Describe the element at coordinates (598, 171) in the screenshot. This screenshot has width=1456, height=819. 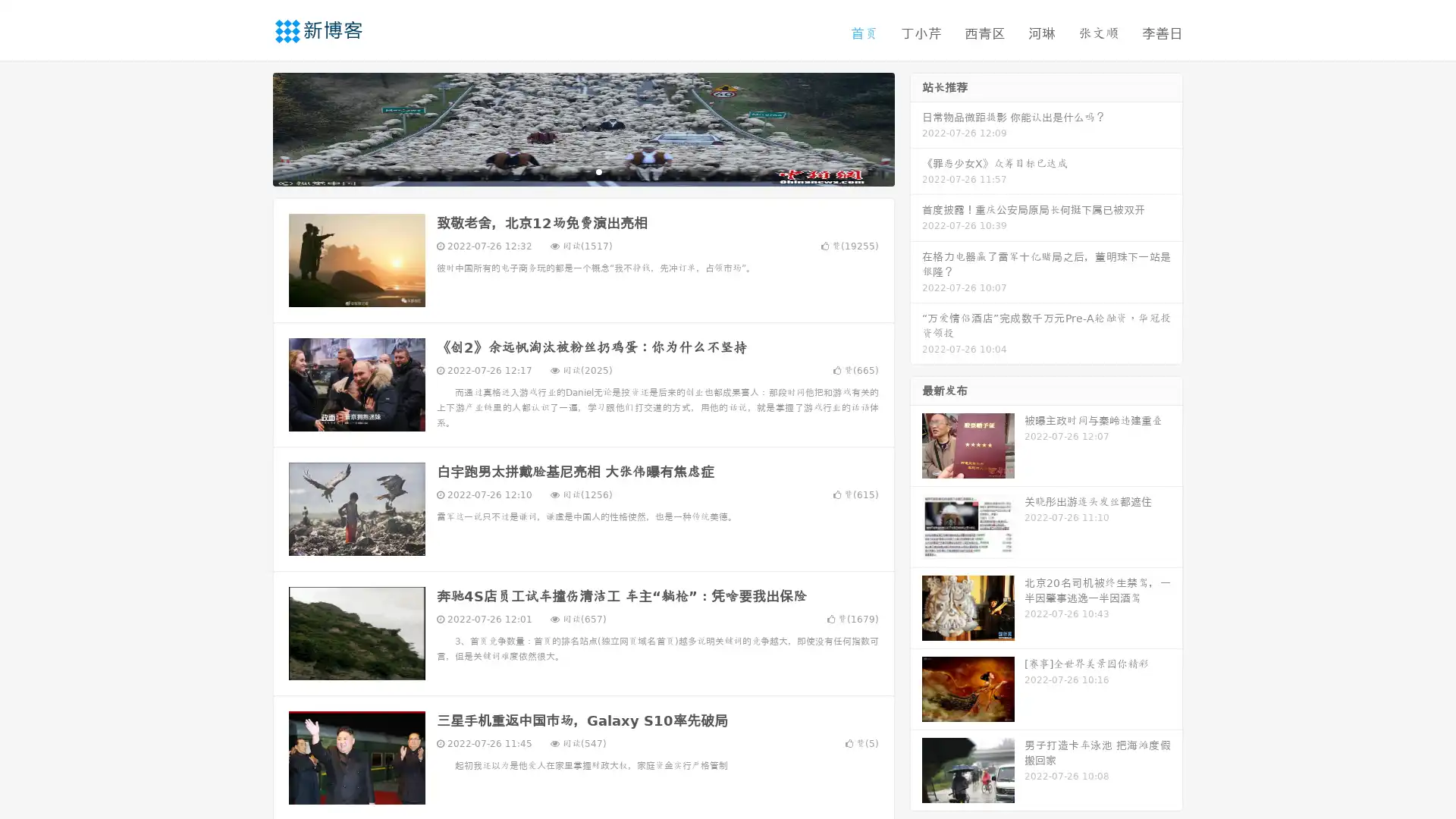
I see `Go to slide 3` at that location.